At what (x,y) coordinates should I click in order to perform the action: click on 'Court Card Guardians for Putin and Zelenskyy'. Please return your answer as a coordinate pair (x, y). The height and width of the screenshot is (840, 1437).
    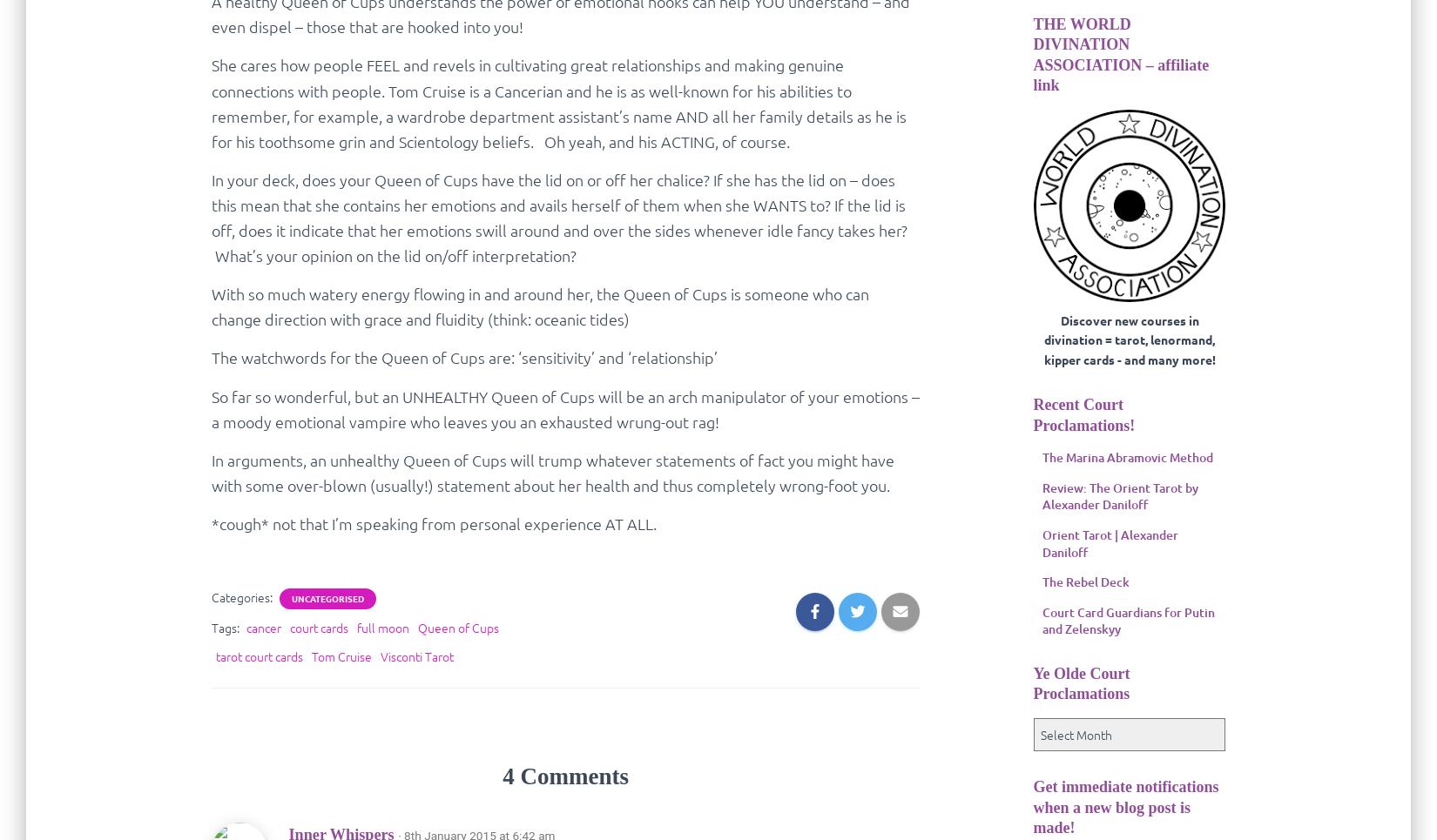
    Looking at the image, I should click on (1126, 620).